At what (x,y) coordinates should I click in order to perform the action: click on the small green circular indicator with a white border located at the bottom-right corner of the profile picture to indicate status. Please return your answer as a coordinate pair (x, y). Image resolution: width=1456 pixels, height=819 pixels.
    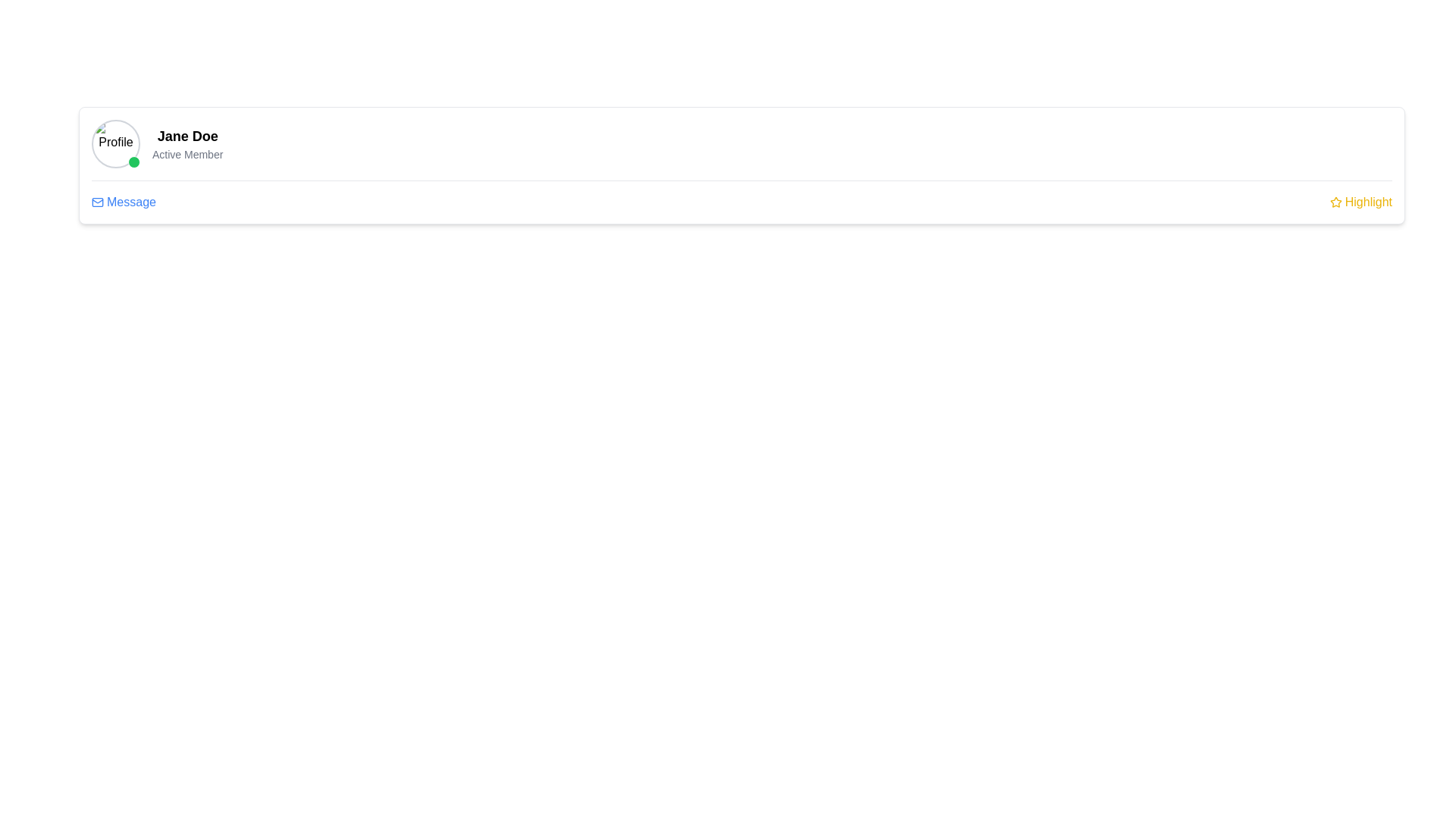
    Looking at the image, I should click on (134, 162).